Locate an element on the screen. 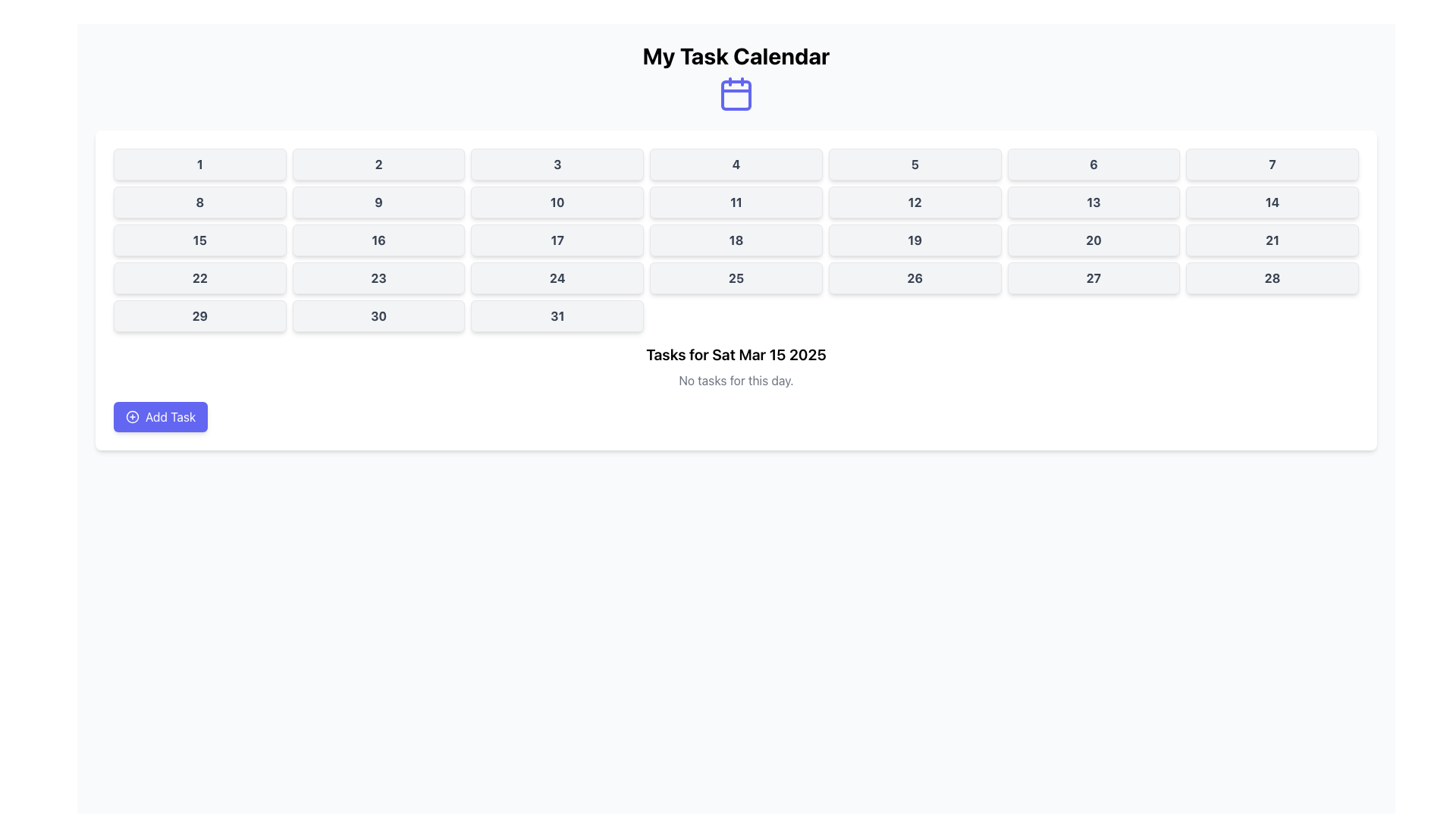  the selectable button for the 25th day in the calendar grid is located at coordinates (736, 278).